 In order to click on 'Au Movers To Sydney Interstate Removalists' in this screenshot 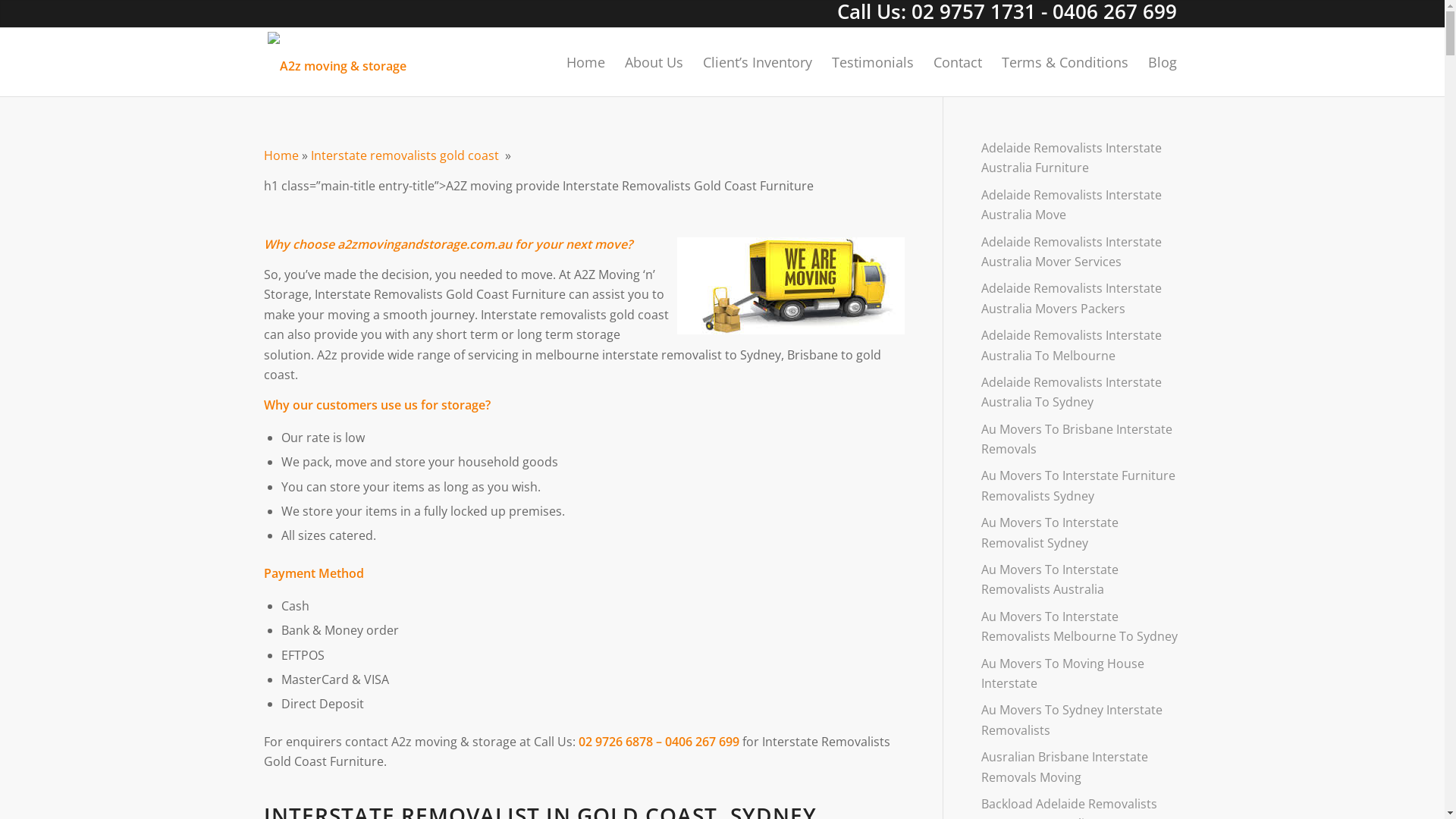, I will do `click(1080, 719)`.